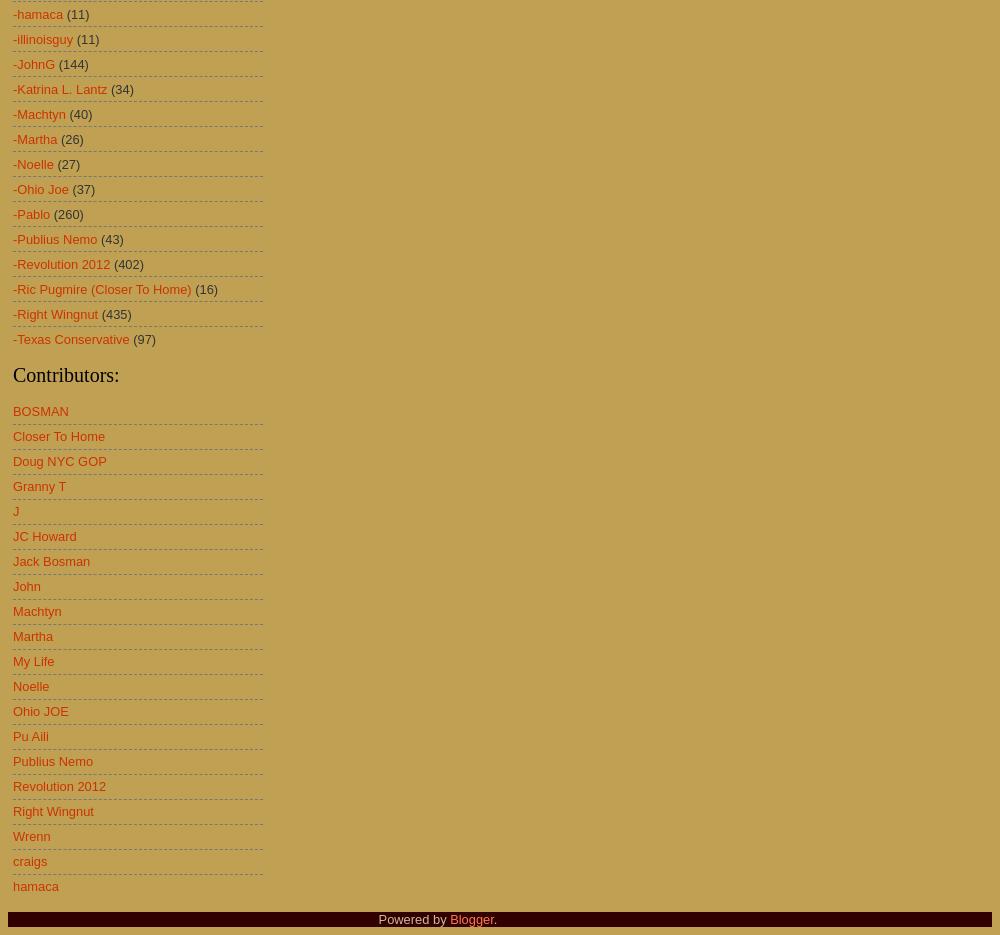 The image size is (1000, 935). What do you see at coordinates (115, 313) in the screenshot?
I see `'(435)'` at bounding box center [115, 313].